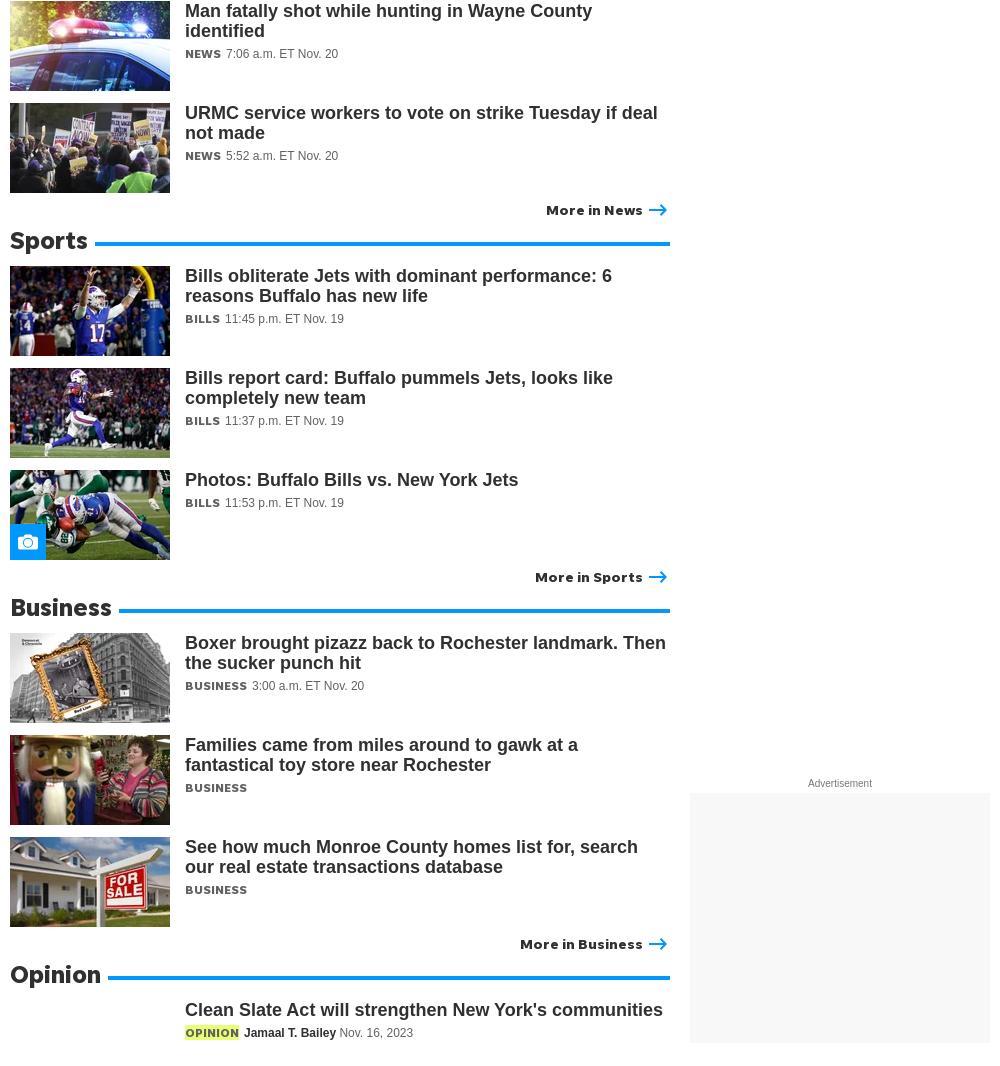 The image size is (1000, 1066). I want to click on 'Bills obliterate Jets with dominant performance: 6 reasons Buffalo has new life', so click(398, 286).